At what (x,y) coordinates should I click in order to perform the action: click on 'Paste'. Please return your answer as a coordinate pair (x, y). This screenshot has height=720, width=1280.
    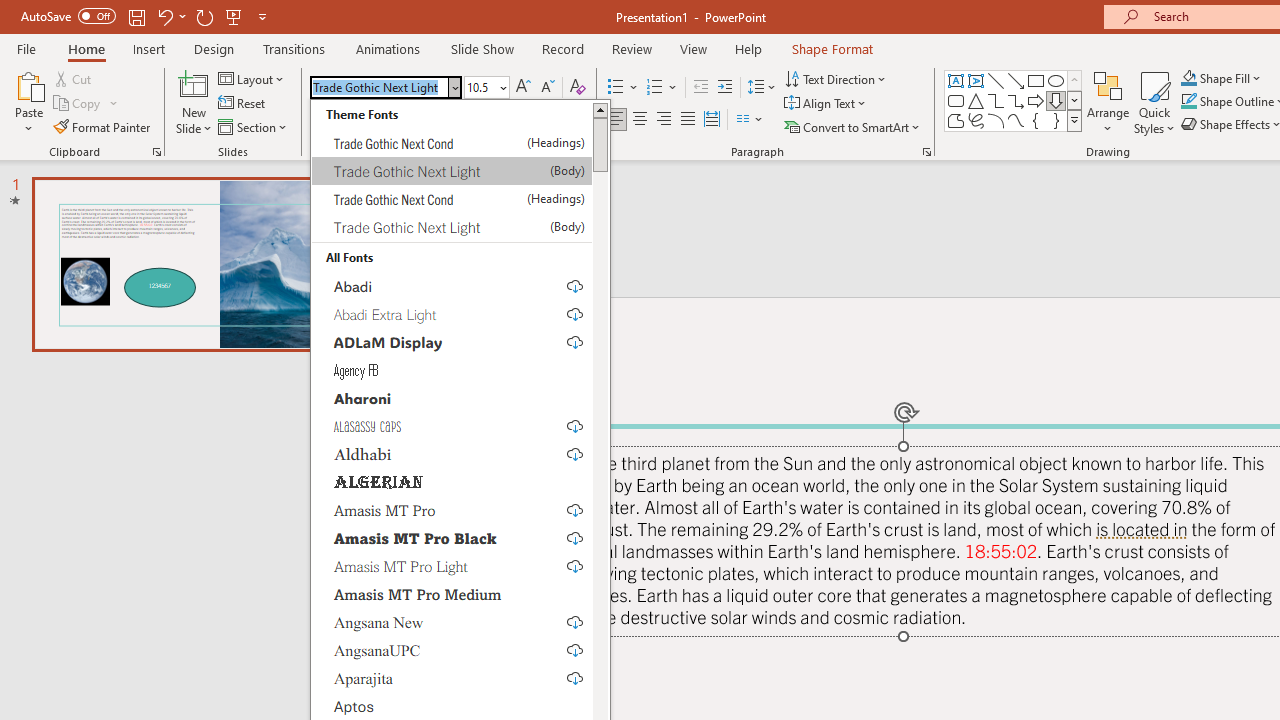
    Looking at the image, I should click on (28, 84).